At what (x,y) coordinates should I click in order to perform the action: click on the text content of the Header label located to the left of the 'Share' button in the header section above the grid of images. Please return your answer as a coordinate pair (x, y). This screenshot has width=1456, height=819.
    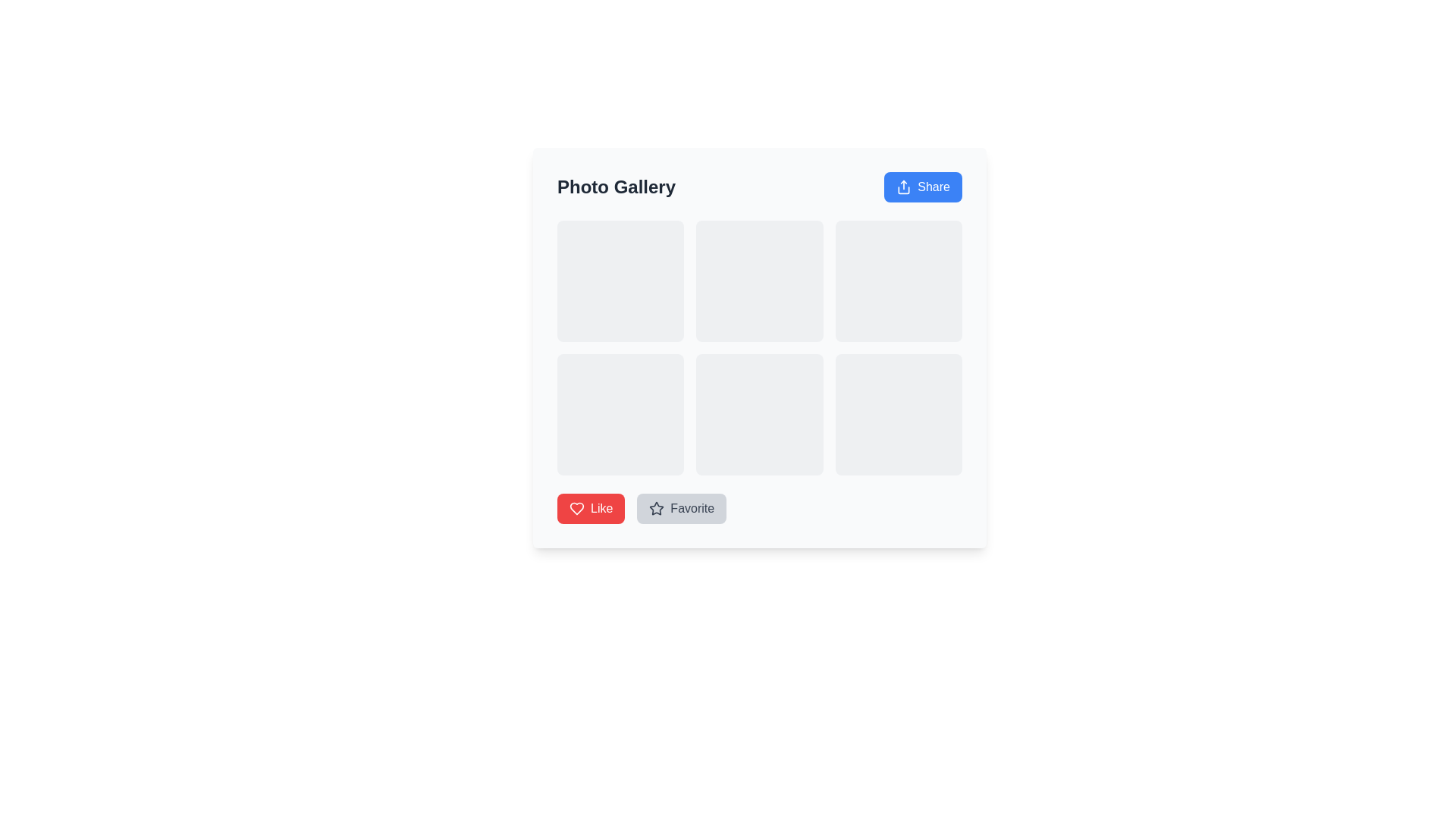
    Looking at the image, I should click on (616, 186).